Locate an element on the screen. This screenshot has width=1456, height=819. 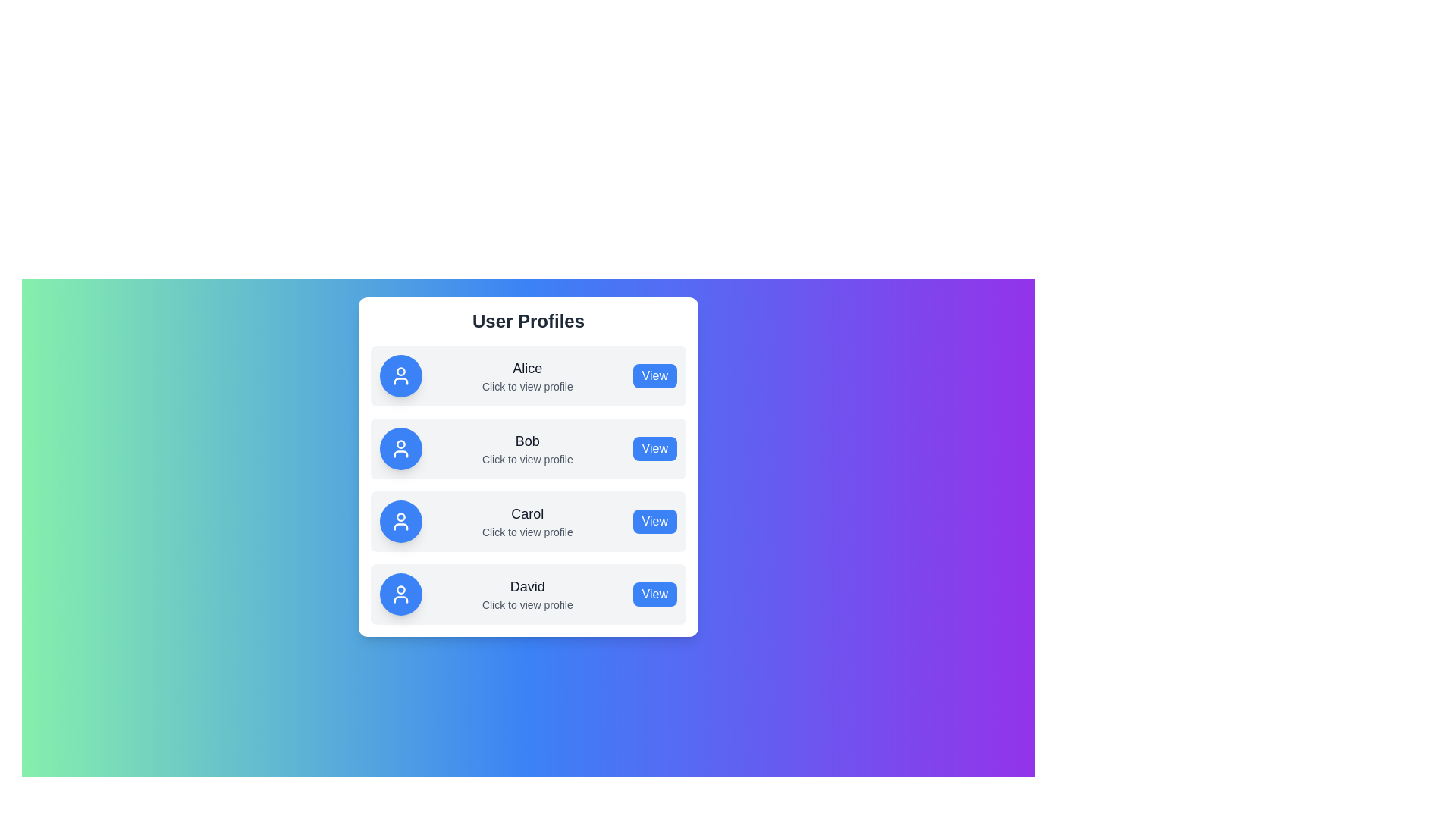
the profile icon representing 'Bob', located on the second row of the user profiles list, to the far left within the profile card, adjacent to the 'View' button is located at coordinates (400, 447).